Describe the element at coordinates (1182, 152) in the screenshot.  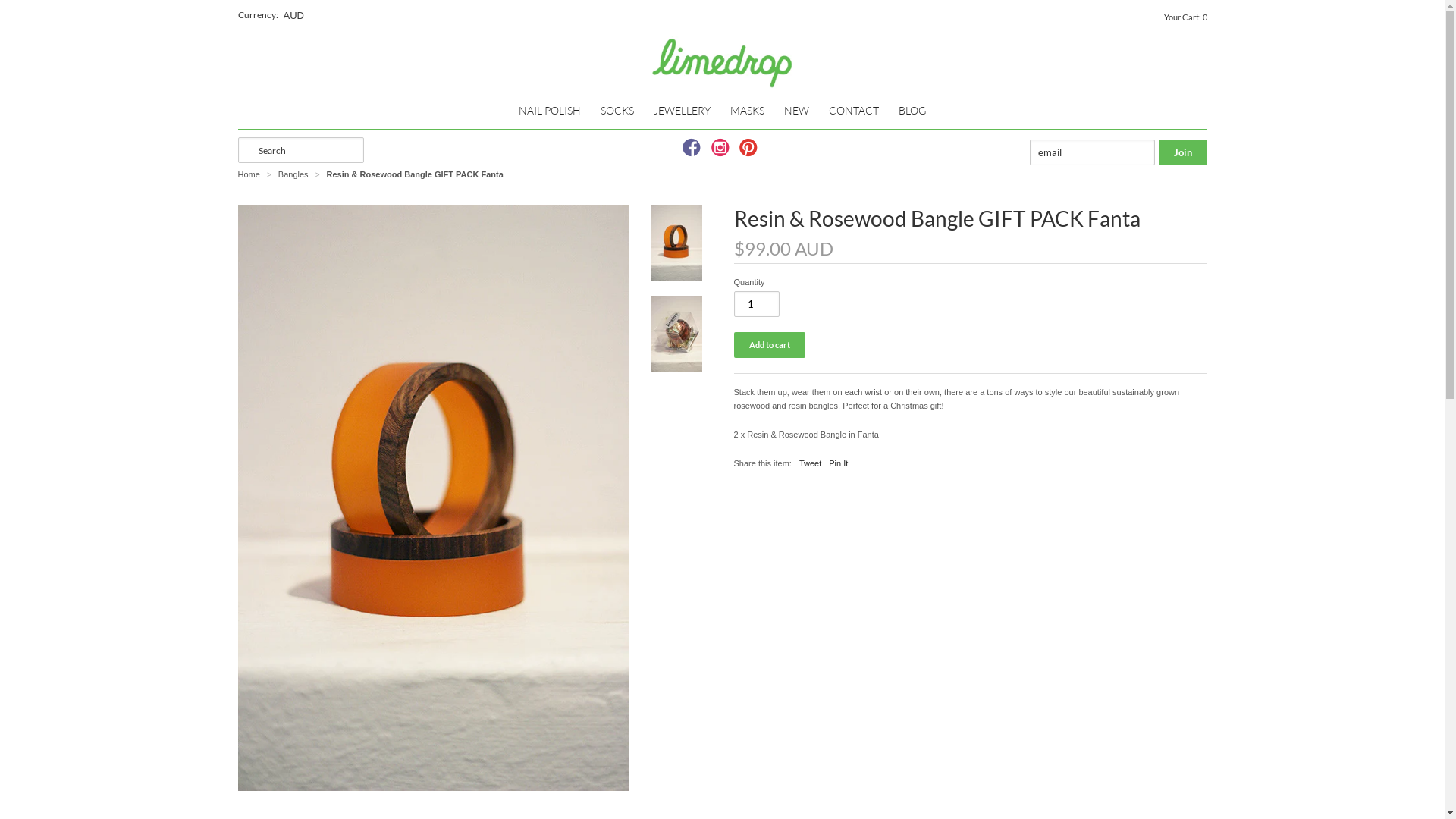
I see `'Join'` at that location.